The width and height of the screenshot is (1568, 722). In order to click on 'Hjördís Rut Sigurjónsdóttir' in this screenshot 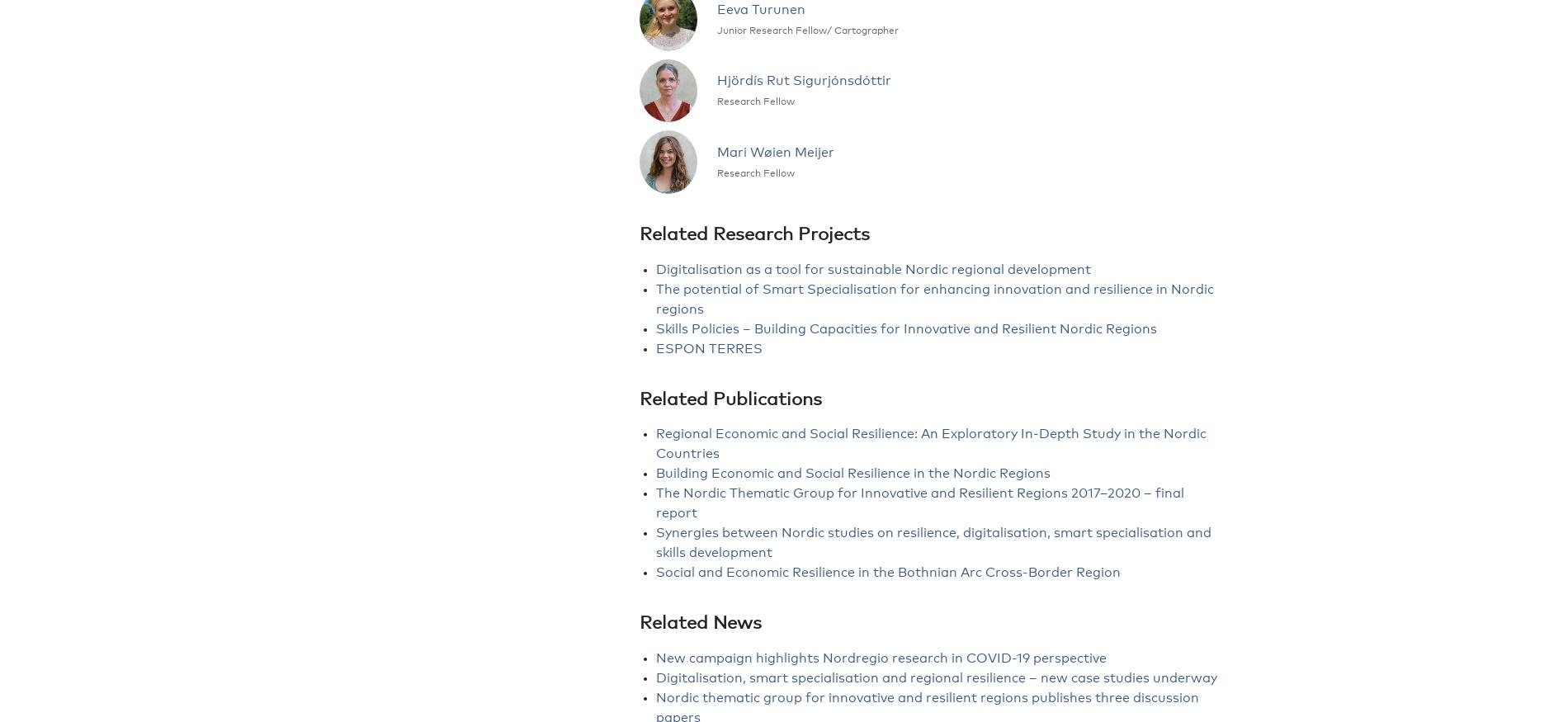, I will do `click(804, 81)`.